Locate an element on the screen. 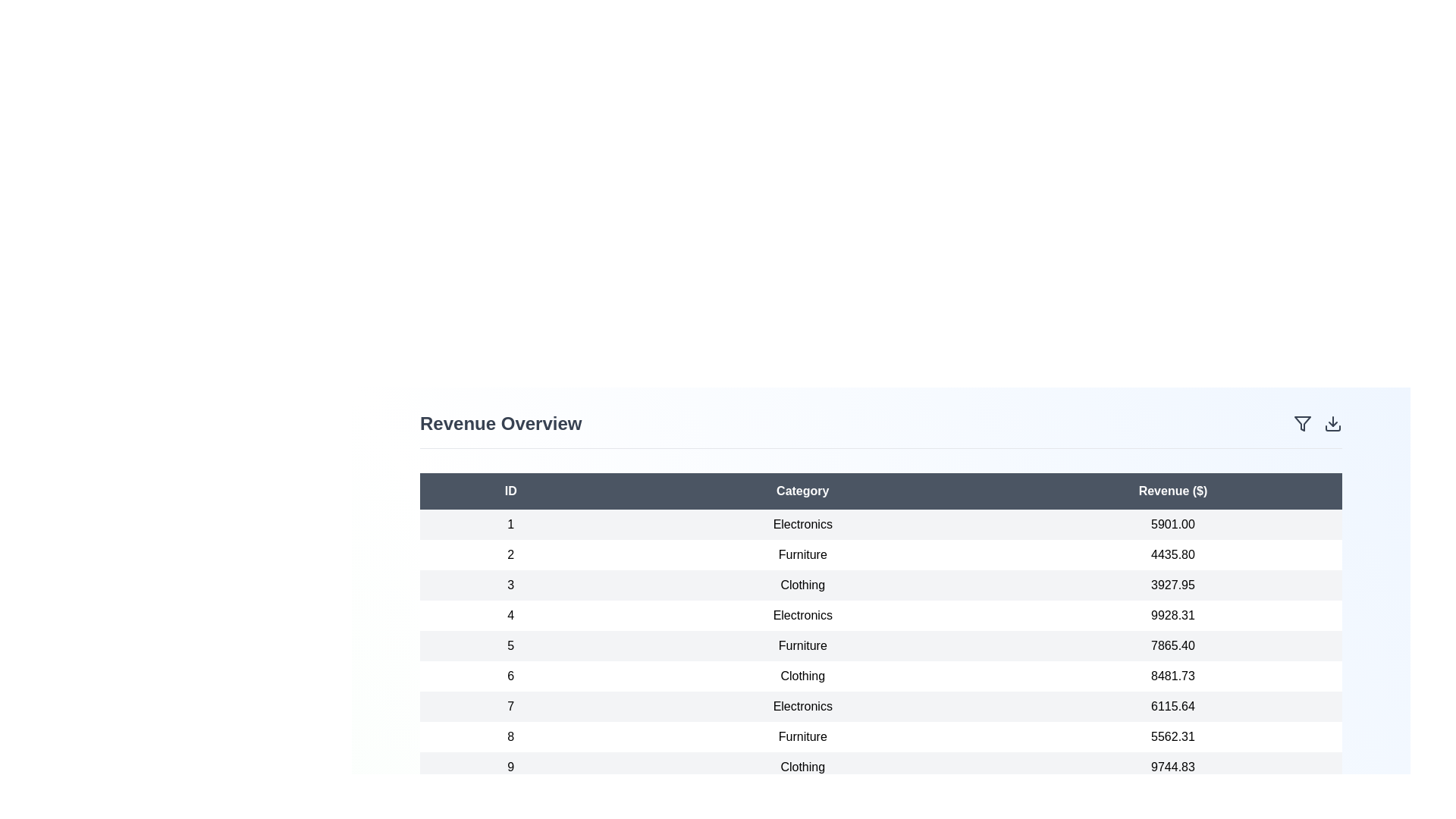  the table header 'Revenue ($)' to sort the data is located at coordinates (1172, 491).